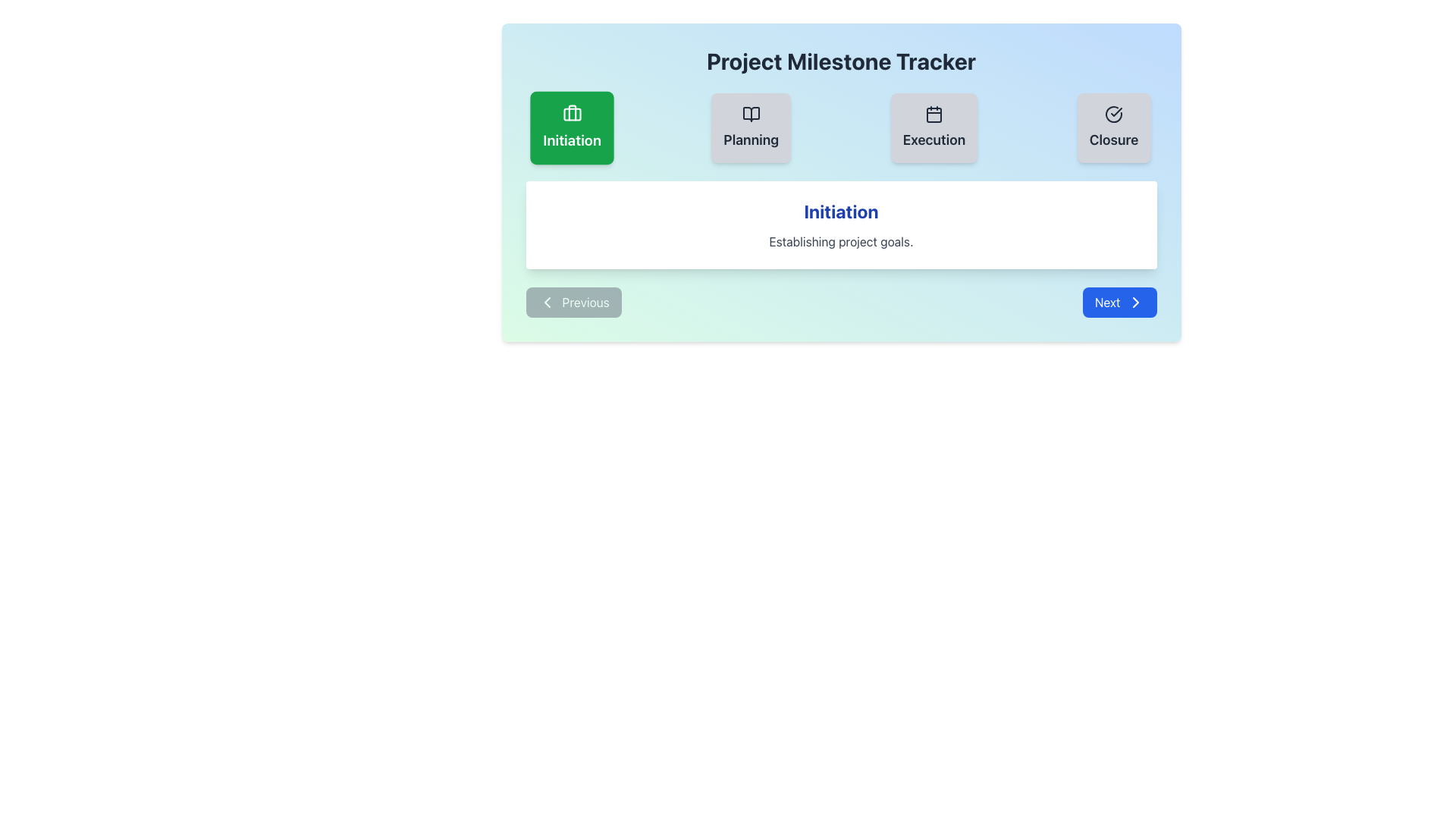 Image resolution: width=1456 pixels, height=819 pixels. I want to click on the 'Previous' button which is located to the right of the leftward-pointing chevron icon, so click(546, 302).